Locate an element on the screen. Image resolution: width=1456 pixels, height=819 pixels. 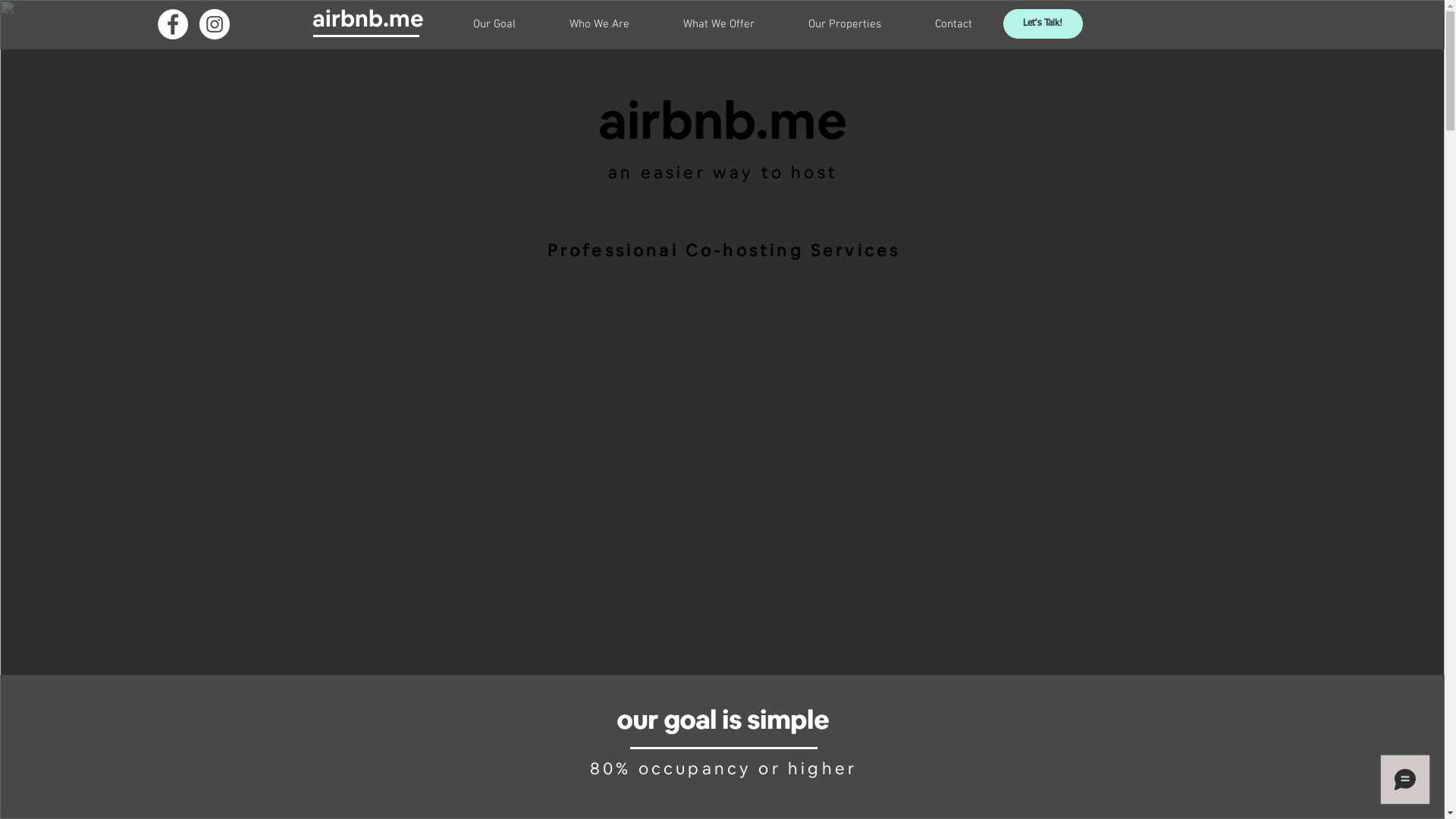
'Our Goal' is located at coordinates (494, 24).